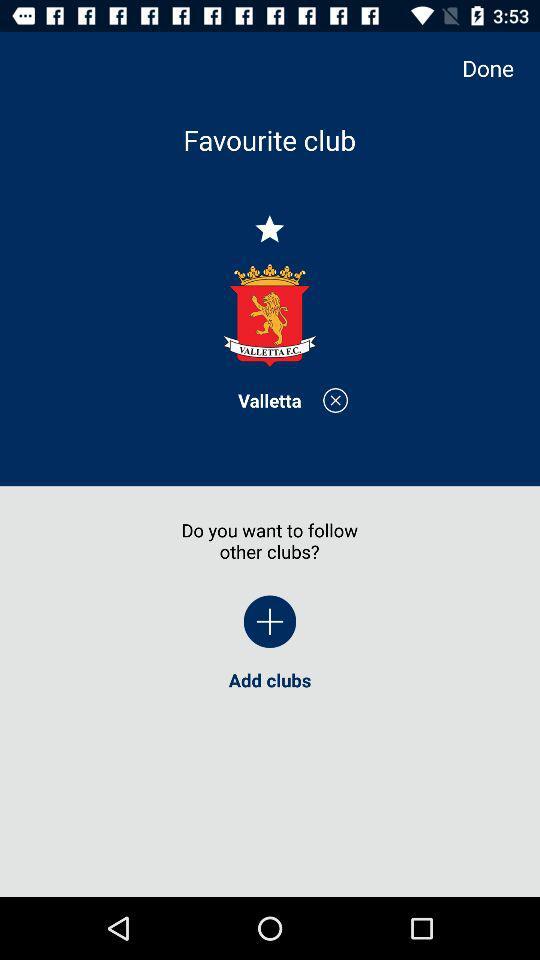  What do you see at coordinates (269, 399) in the screenshot?
I see `valletta icon` at bounding box center [269, 399].